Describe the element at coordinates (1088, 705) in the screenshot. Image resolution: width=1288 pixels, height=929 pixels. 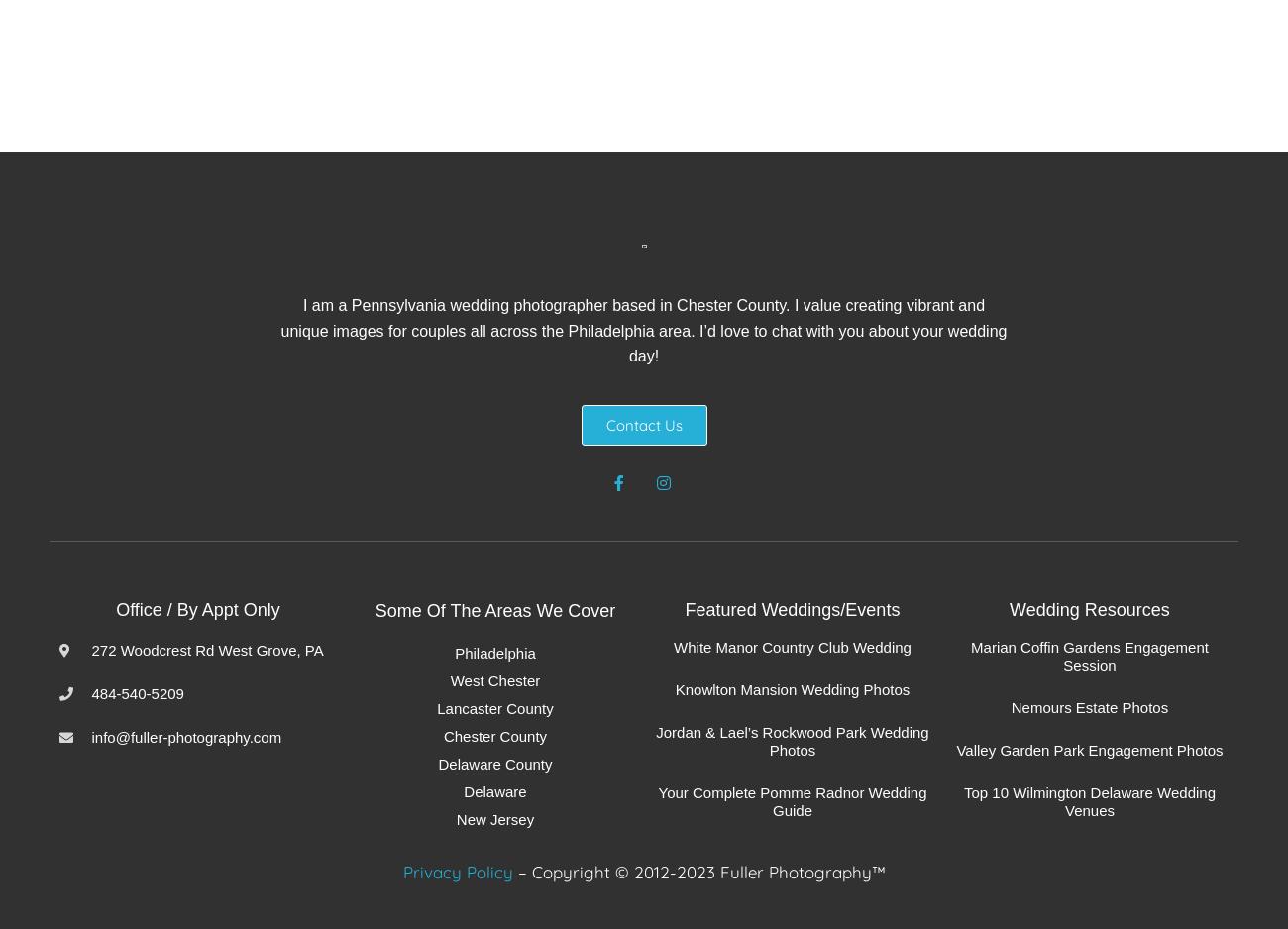
I see `'Nemours Estate Photos'` at that location.